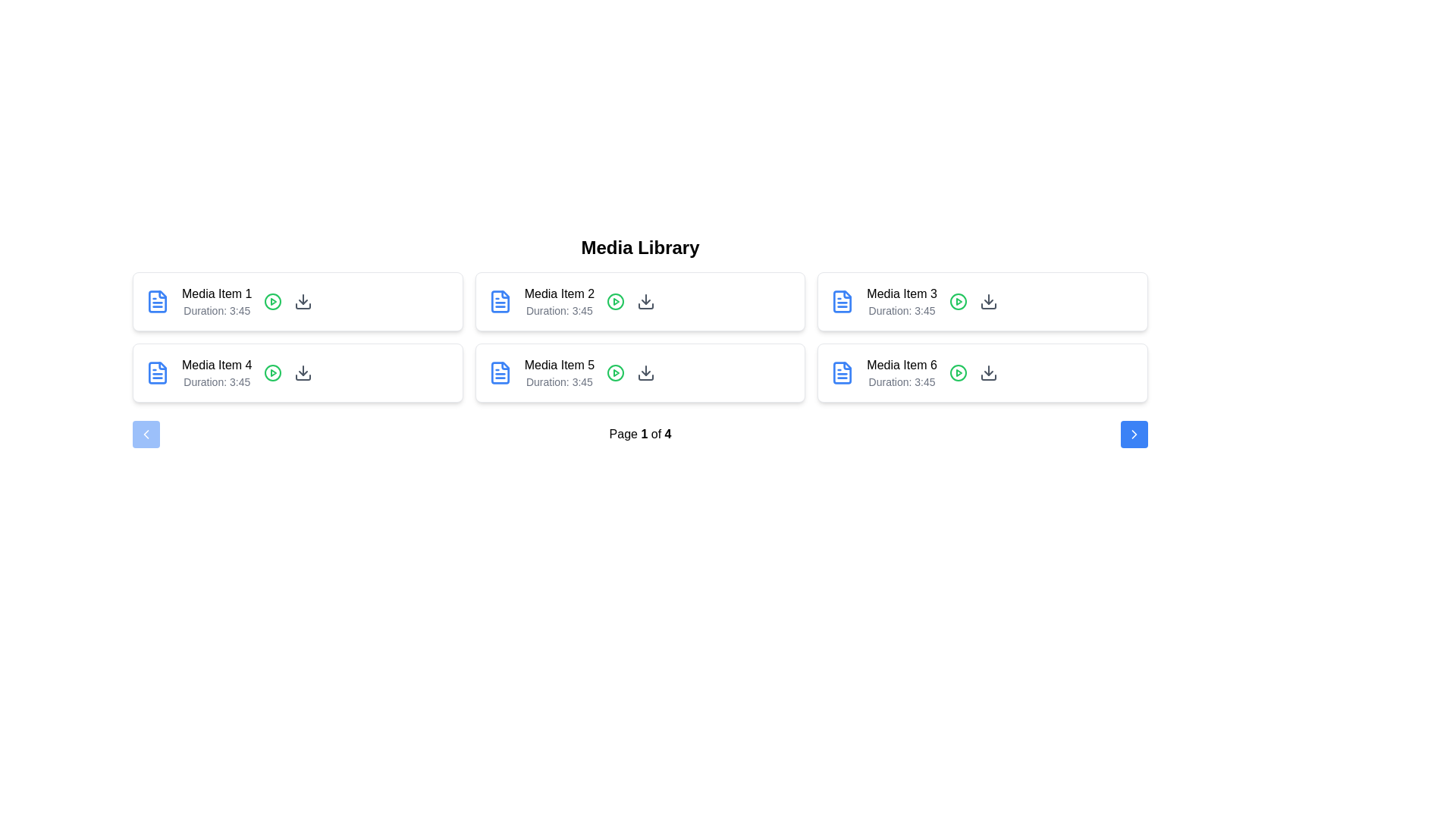  Describe the element at coordinates (902, 294) in the screenshot. I see `the text label reading 'Media Item 3', which is styled with a medium weight font and serves as a title or identifier for an item, located in the second row, second column of the grid` at that location.